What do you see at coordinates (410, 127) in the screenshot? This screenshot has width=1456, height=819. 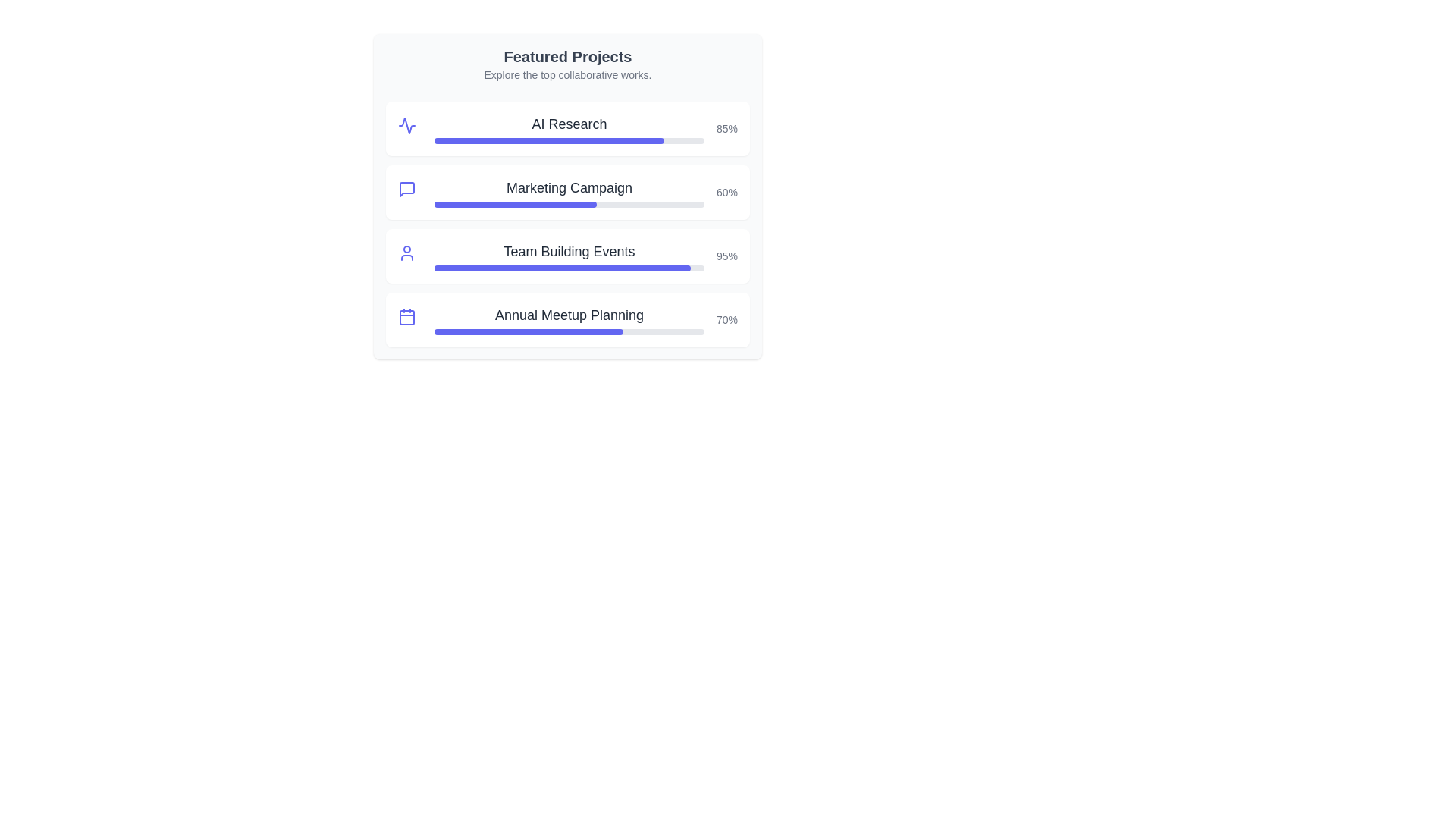 I see `the project icon for AI Research to reveal additional information` at bounding box center [410, 127].